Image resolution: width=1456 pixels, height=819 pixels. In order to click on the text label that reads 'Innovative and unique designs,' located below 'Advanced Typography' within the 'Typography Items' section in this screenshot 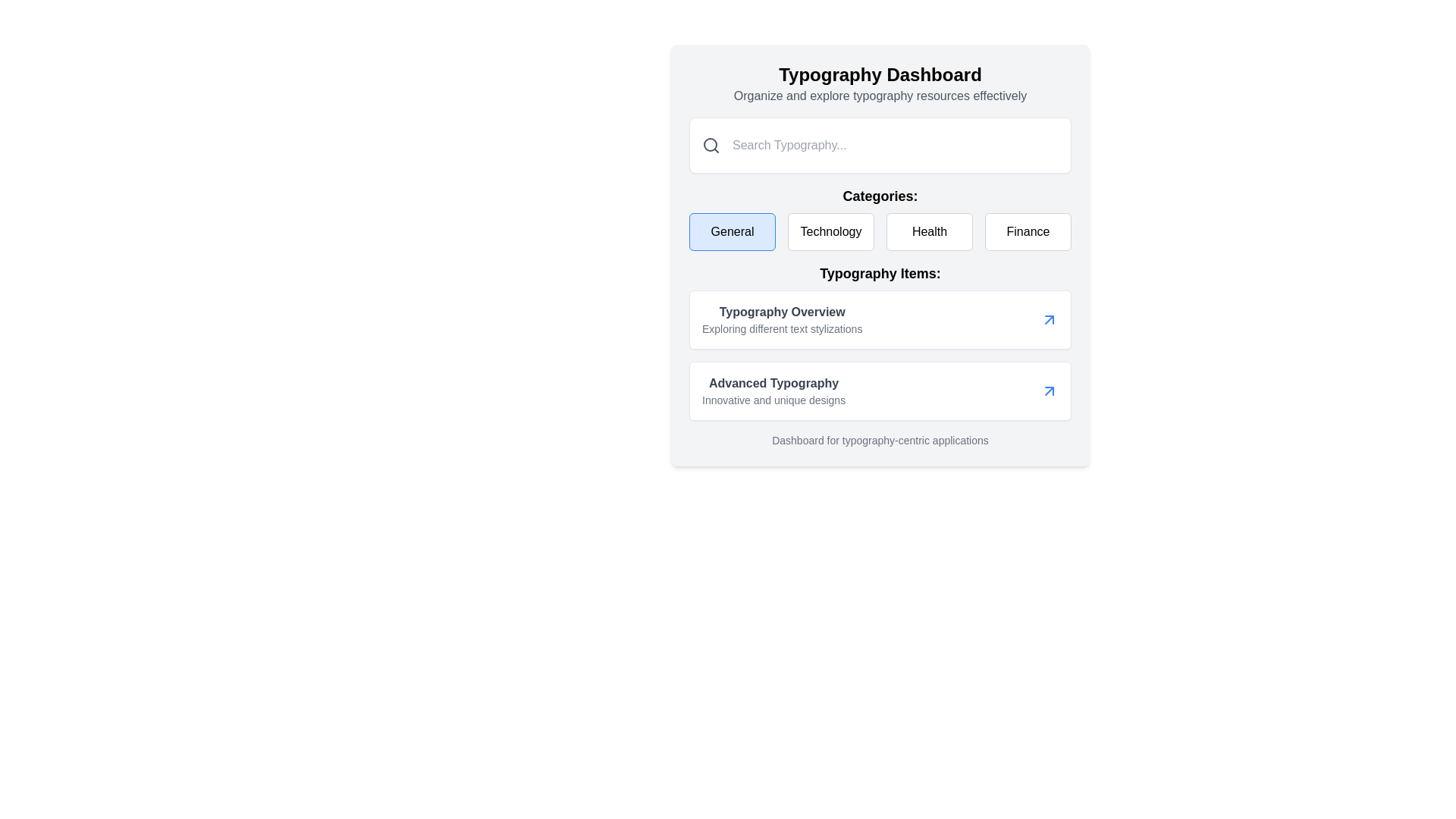, I will do `click(773, 400)`.